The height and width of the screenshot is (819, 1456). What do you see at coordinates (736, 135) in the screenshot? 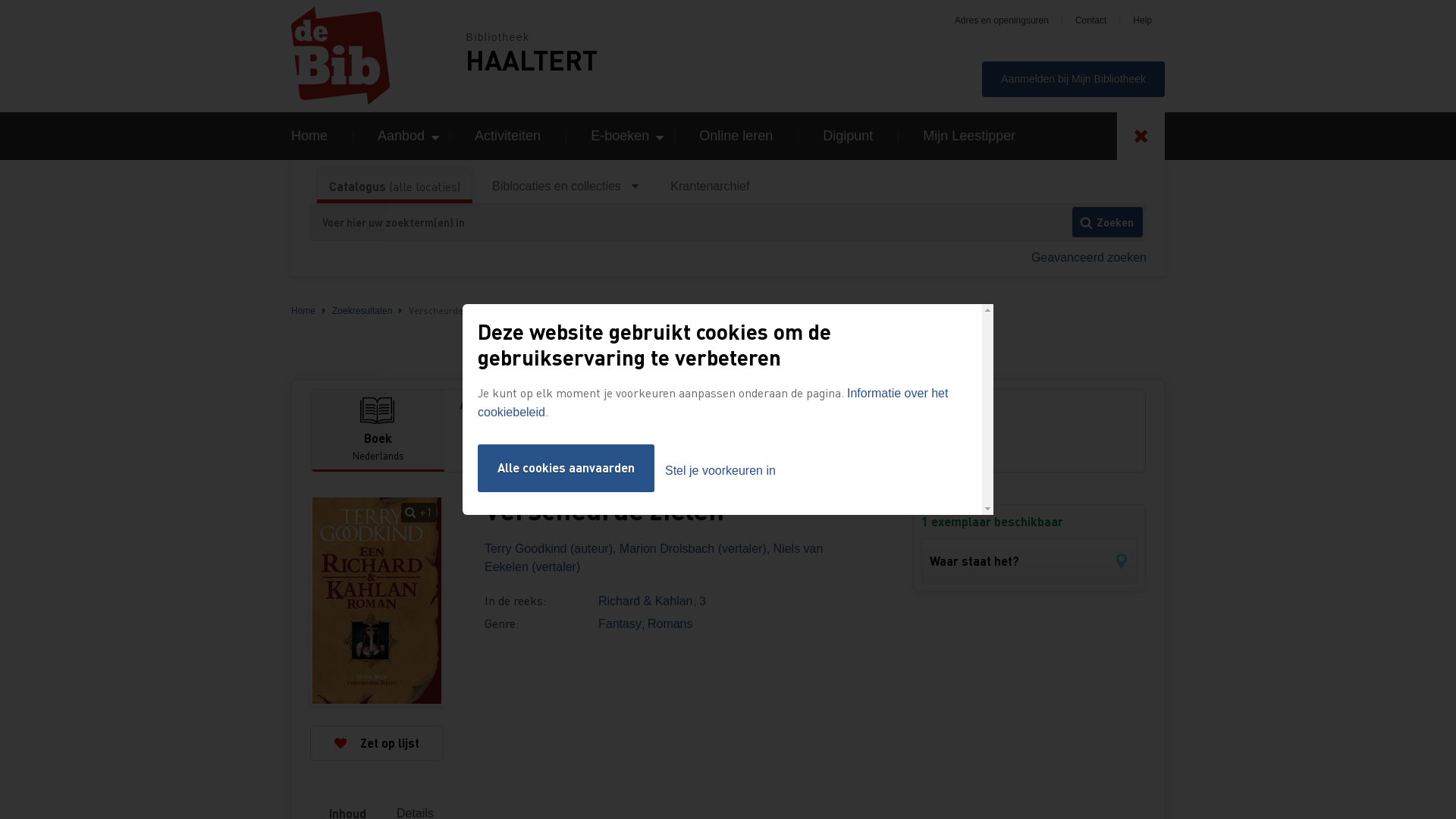
I see `'Online leren'` at bounding box center [736, 135].